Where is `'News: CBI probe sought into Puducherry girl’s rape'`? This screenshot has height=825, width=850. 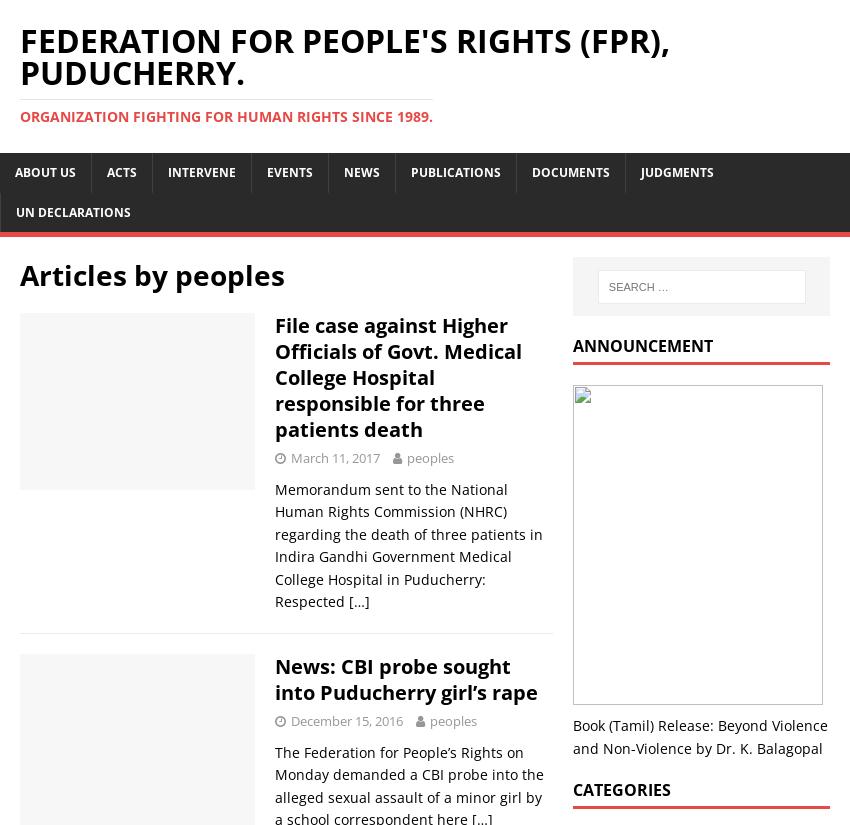
'News: CBI probe sought into Puducherry girl’s rape' is located at coordinates (406, 679).